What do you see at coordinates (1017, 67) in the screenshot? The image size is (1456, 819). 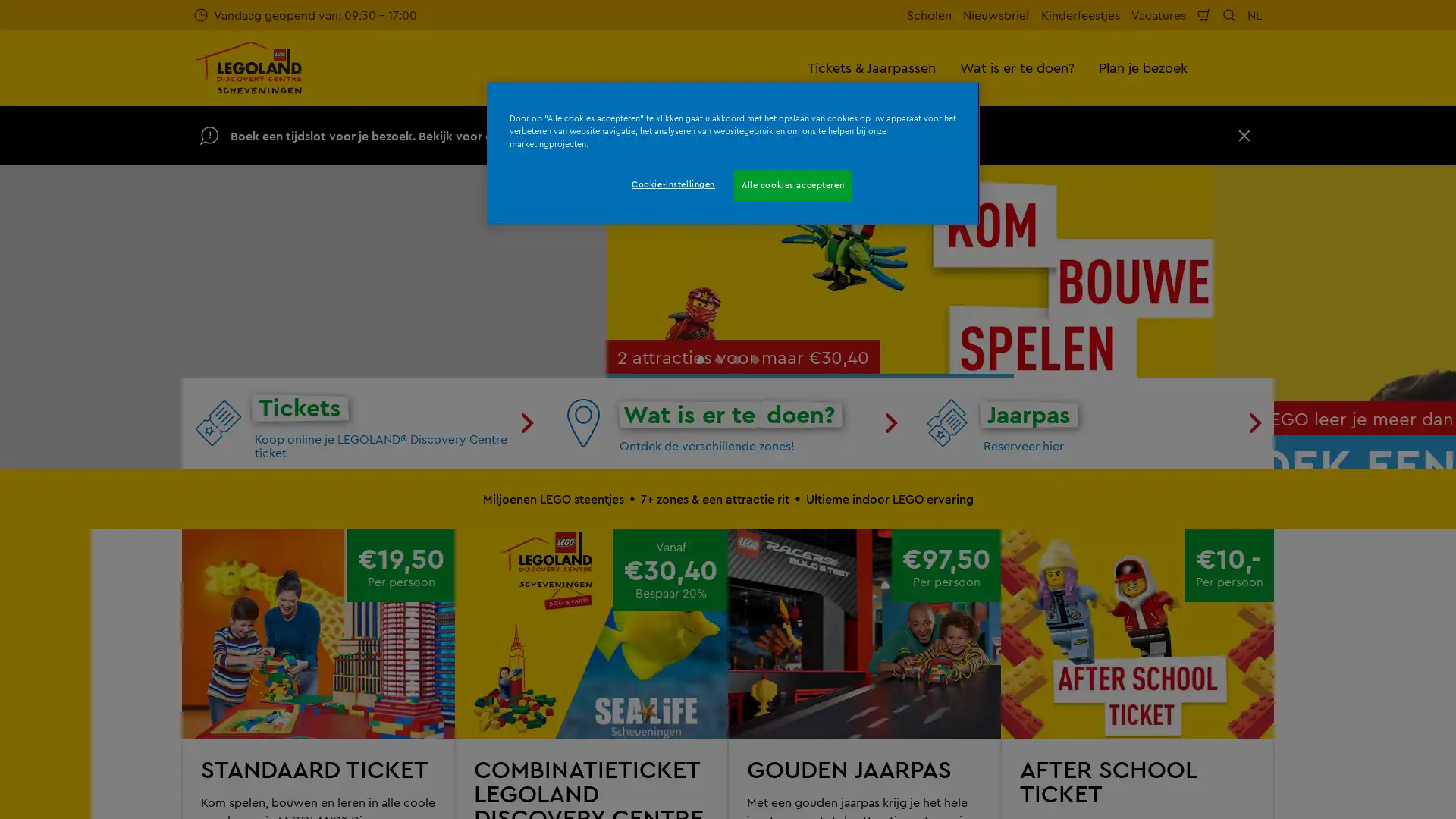 I see `Wat is er te doen?` at bounding box center [1017, 67].